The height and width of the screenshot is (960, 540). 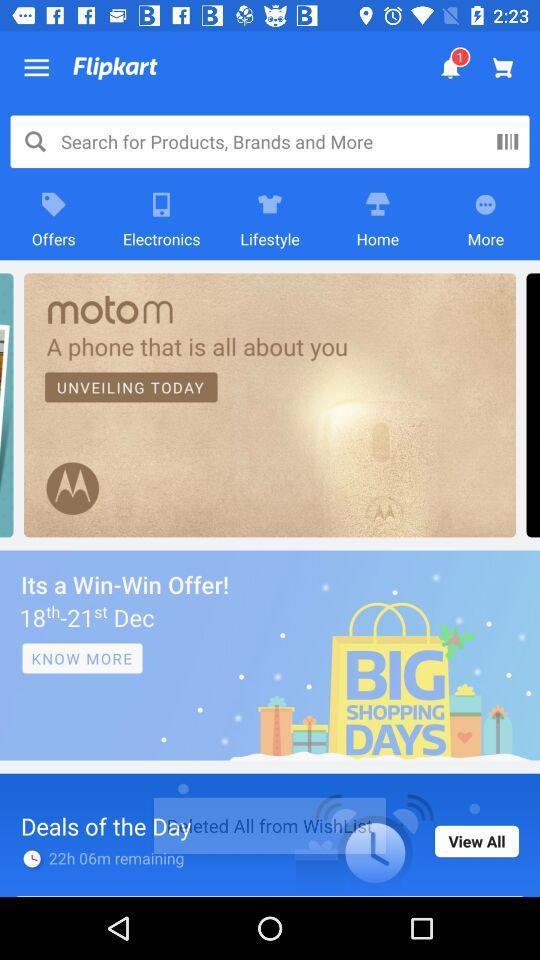 I want to click on the pause icon, so click(x=507, y=140).